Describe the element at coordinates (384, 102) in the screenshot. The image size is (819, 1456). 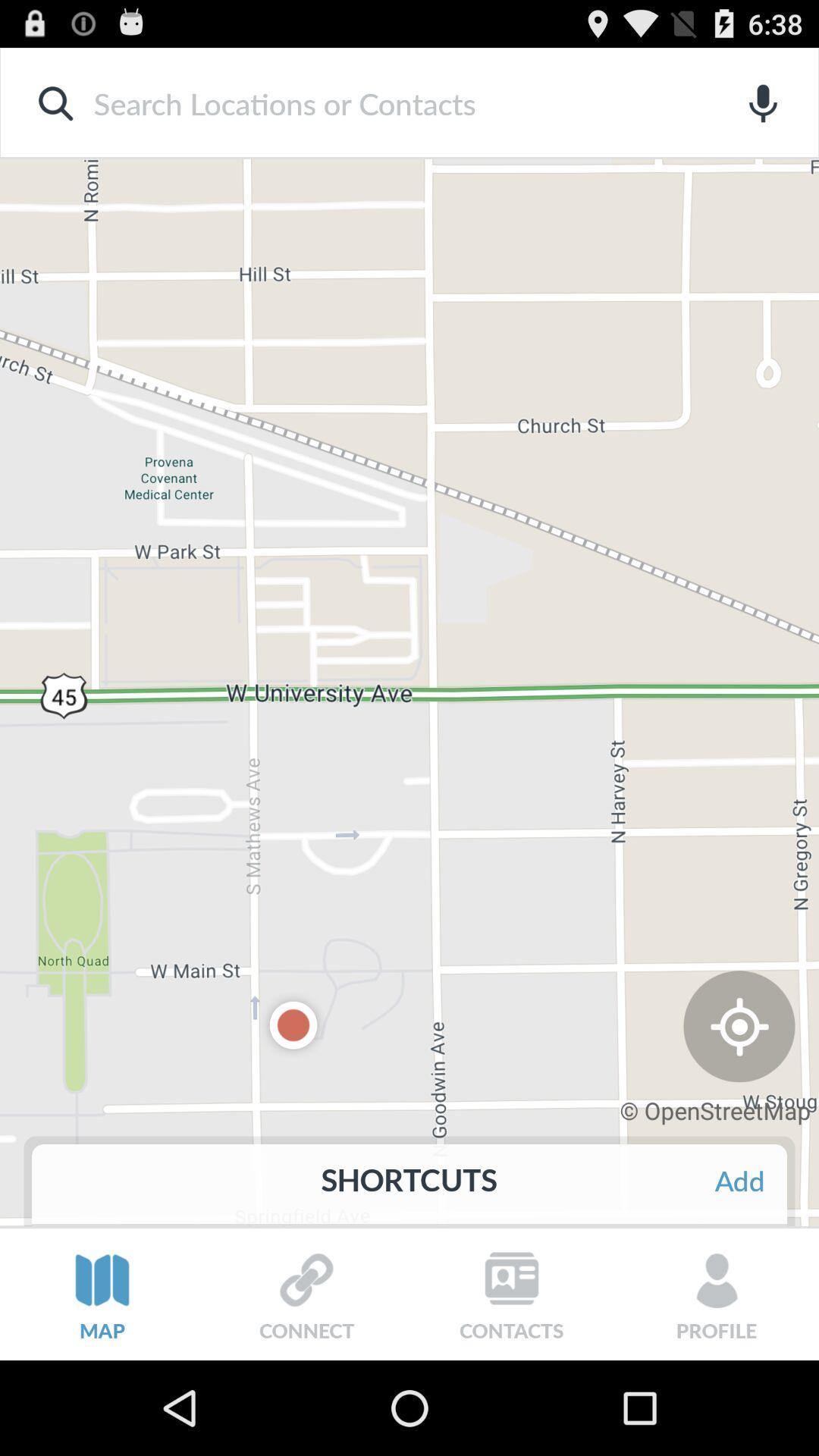
I see `input search` at that location.